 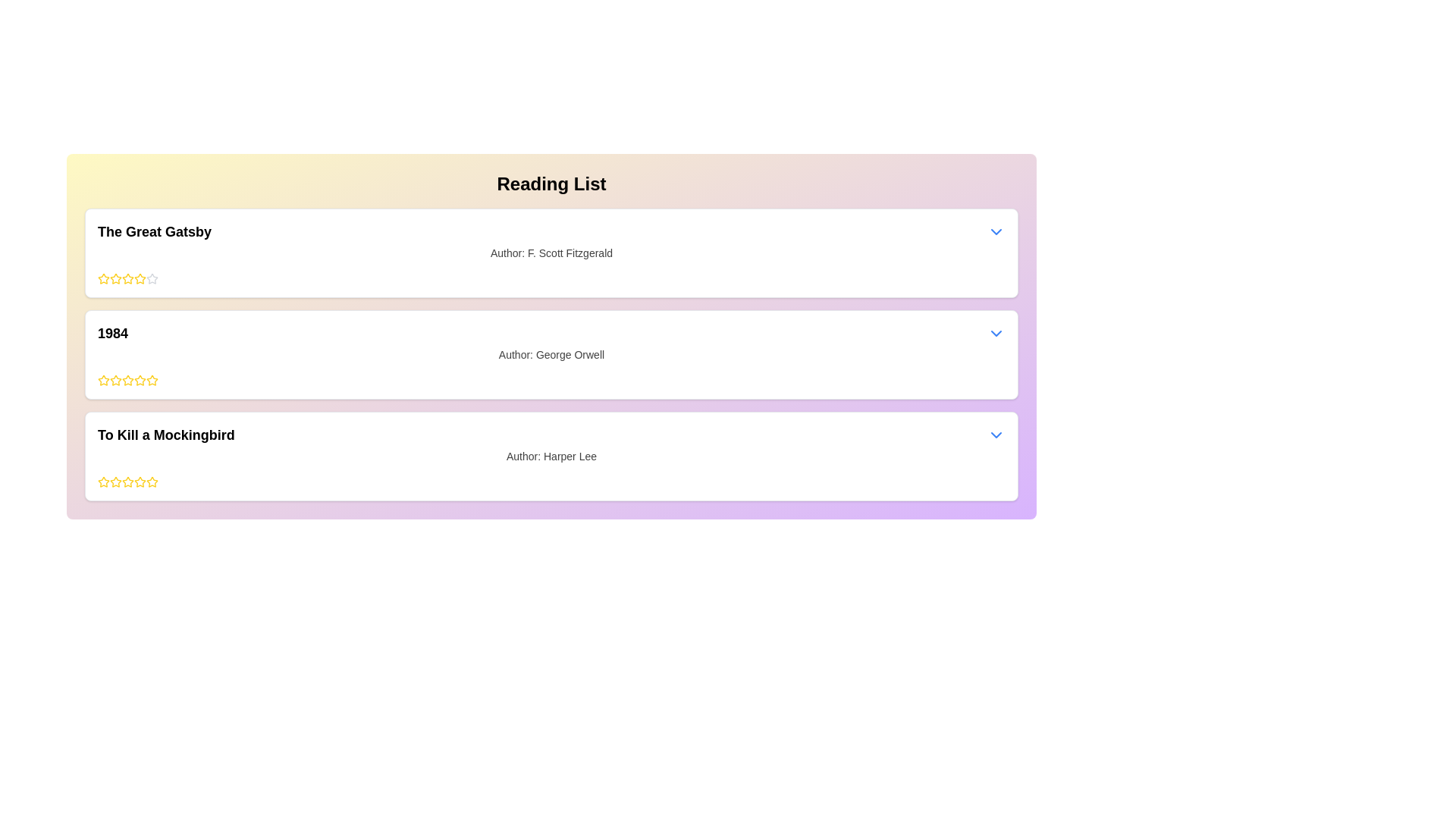 What do you see at coordinates (115, 482) in the screenshot?
I see `the yellow star icon with a hollow center, which is the first star in the rating row for the book 'To Kill a Mockingbird', to set or change the rating` at bounding box center [115, 482].